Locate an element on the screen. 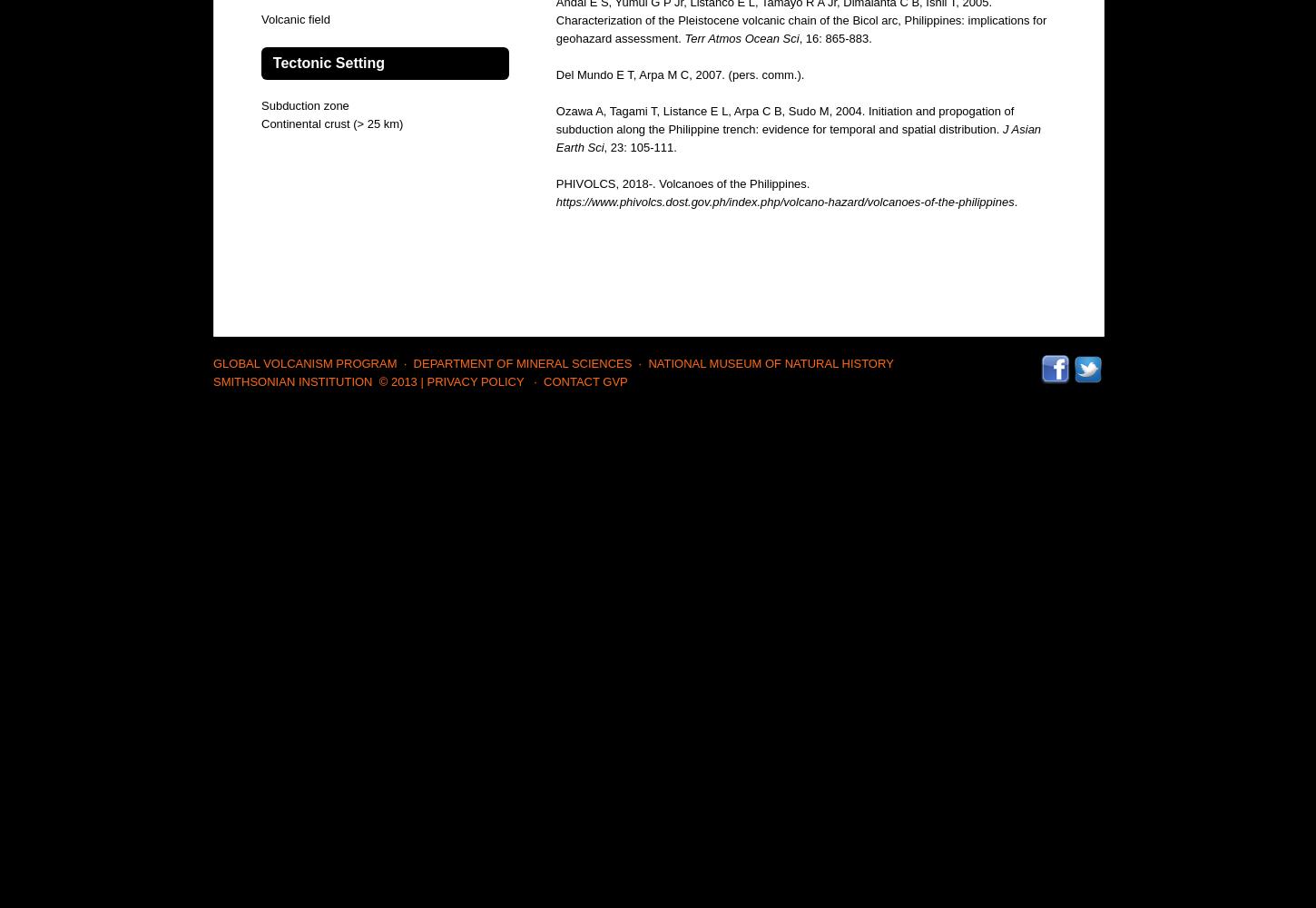 The image size is (1316, 908). 'PHIVOLCS, 2018-. Volcanoes of the Philippines.' is located at coordinates (682, 183).